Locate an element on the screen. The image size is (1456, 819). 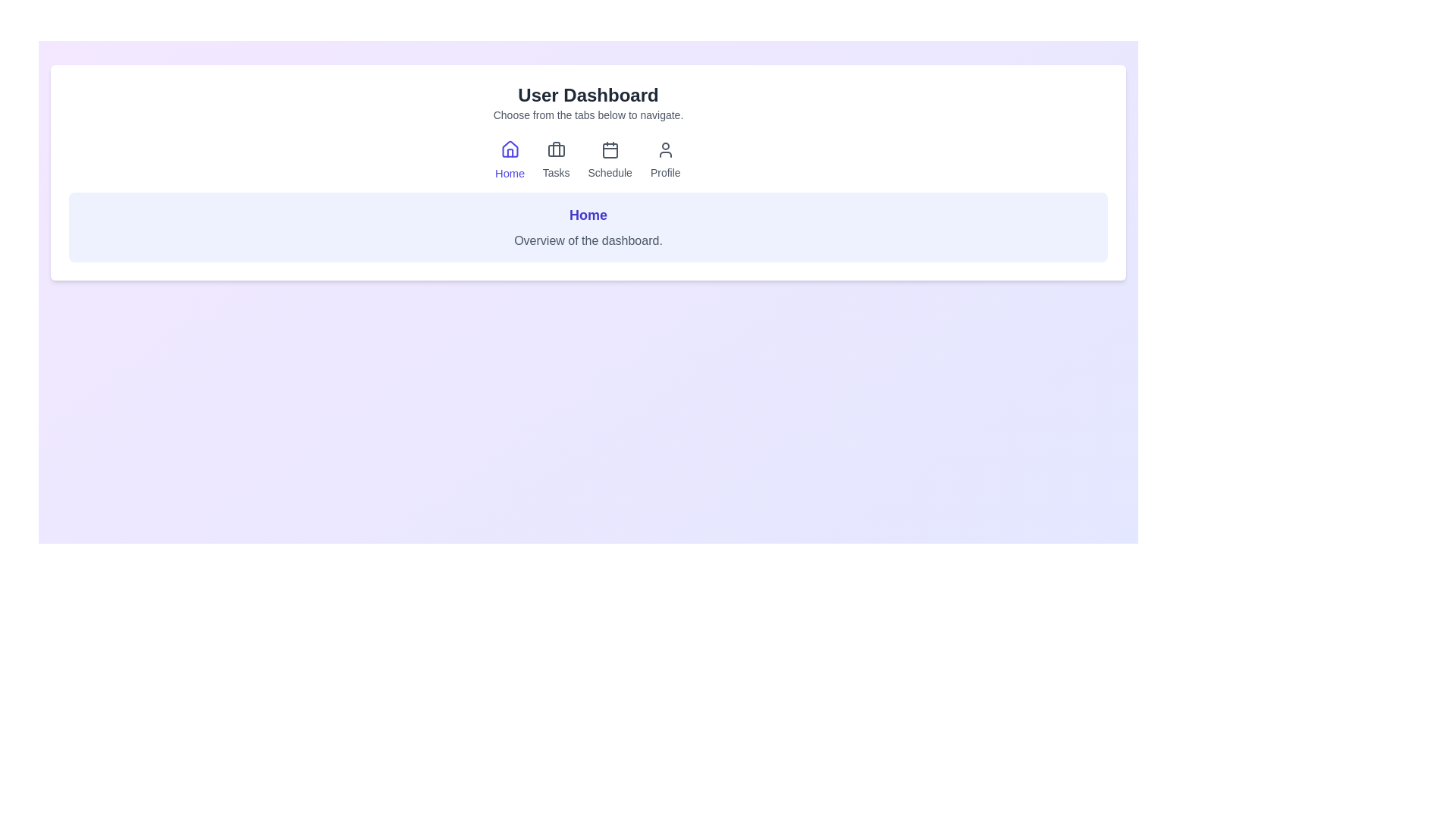
the 'Profile' navigation icon located in the top navigation bar is located at coordinates (665, 149).